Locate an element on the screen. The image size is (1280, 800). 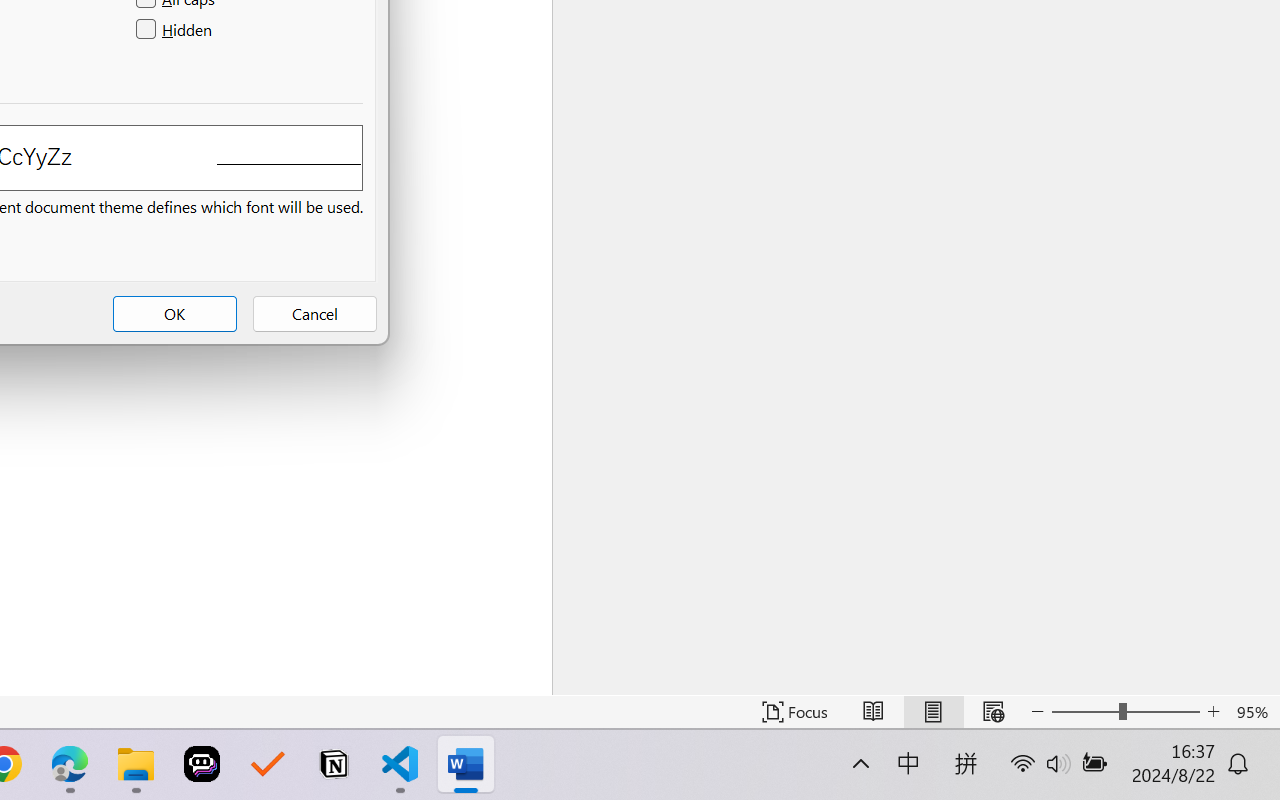
'Poe' is located at coordinates (202, 764).